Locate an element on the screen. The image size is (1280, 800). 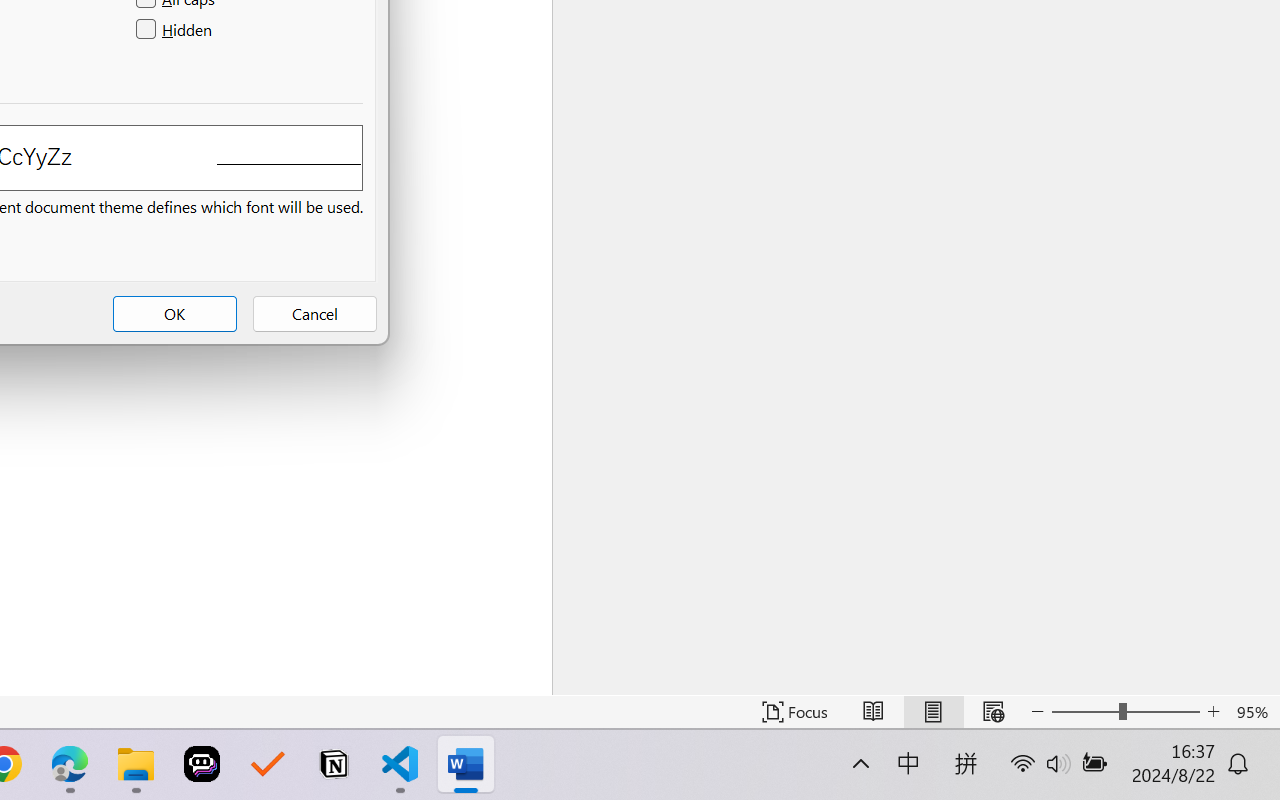
'Poe' is located at coordinates (202, 764).